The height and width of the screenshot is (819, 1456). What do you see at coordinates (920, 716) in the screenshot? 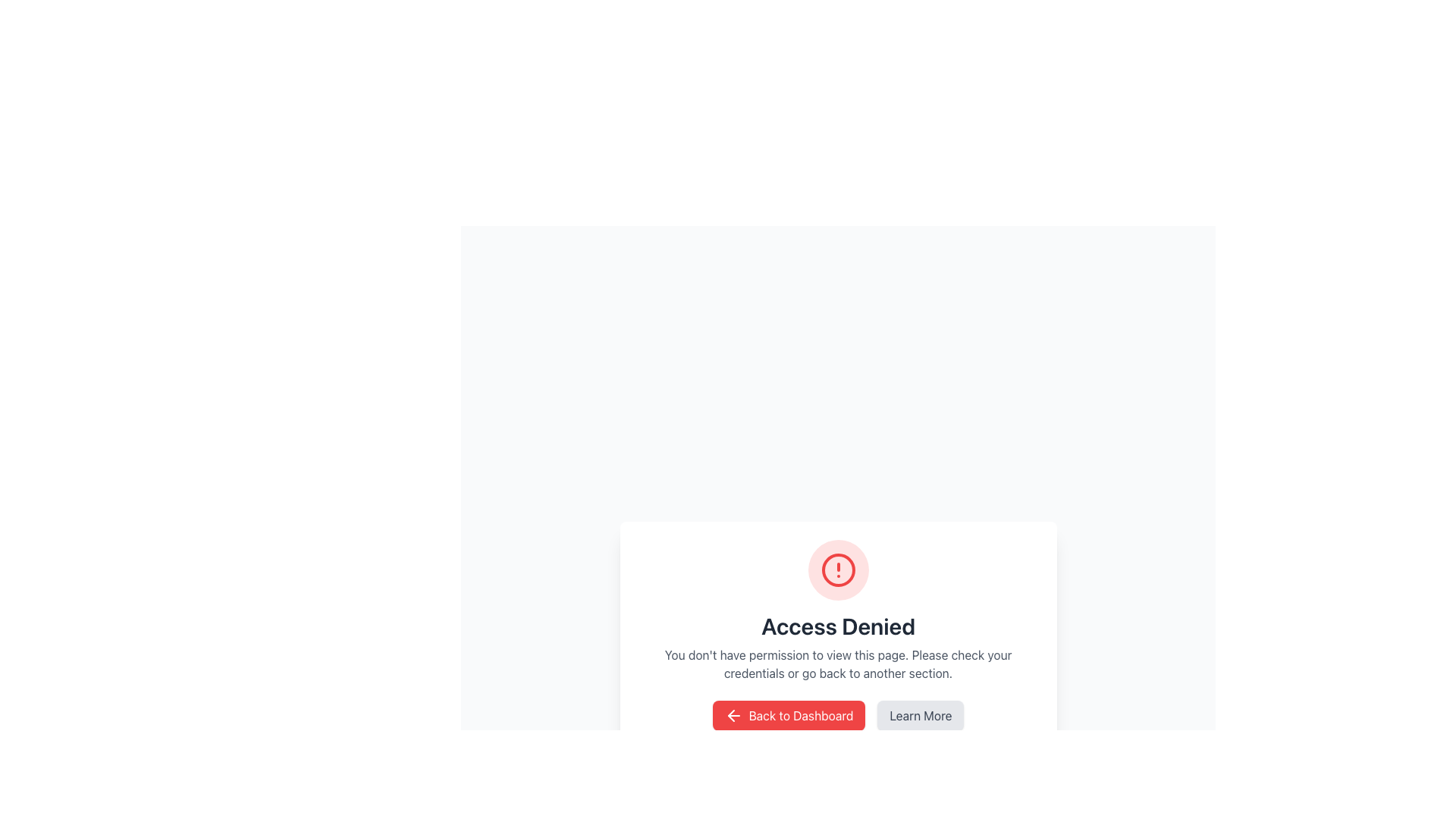
I see `the 'Learn More' button located at the bottom right corner of the card interface under the 'Access Denied' text` at bounding box center [920, 716].